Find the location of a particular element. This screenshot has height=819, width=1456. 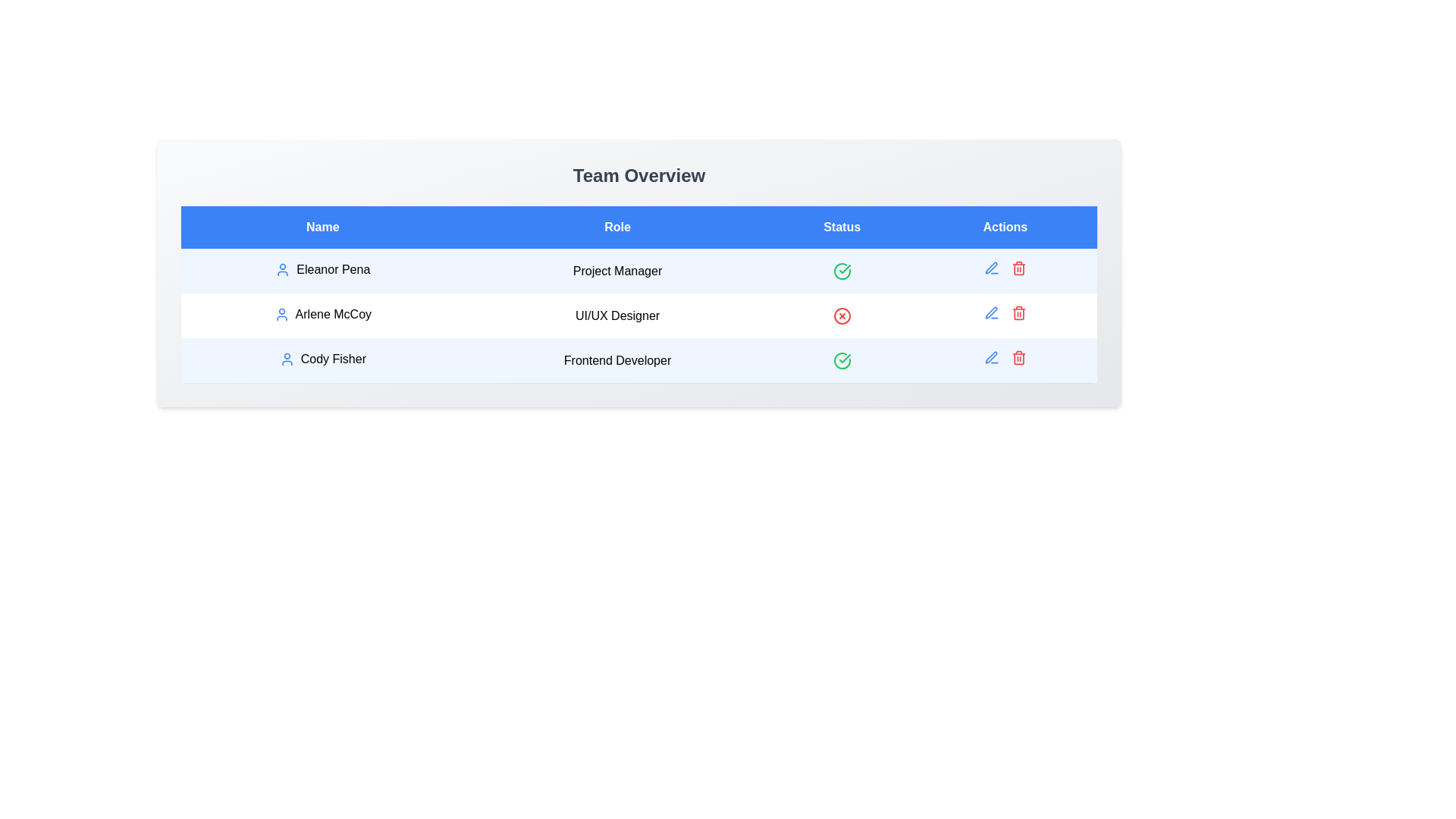

the Text label that serves as the header for a table column, indicating the roles of individuals, positioned between the 'Name' and 'Status' headers is located at coordinates (617, 227).